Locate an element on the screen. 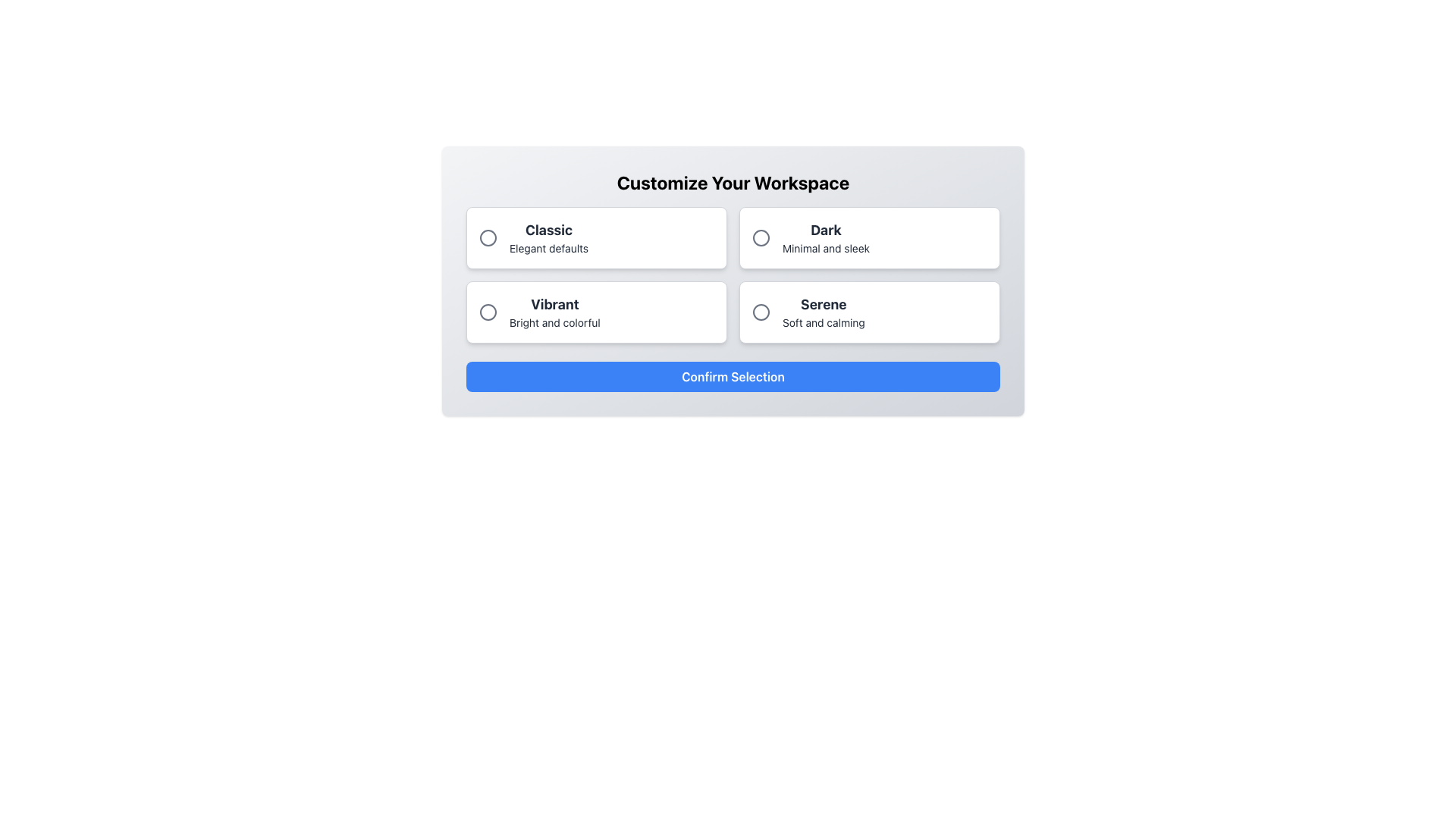 This screenshot has width=1456, height=819. the circular graphic element that serves as a marker, located to the left of the text 'Classic' in the top-left option of the grid layout is located at coordinates (488, 237).